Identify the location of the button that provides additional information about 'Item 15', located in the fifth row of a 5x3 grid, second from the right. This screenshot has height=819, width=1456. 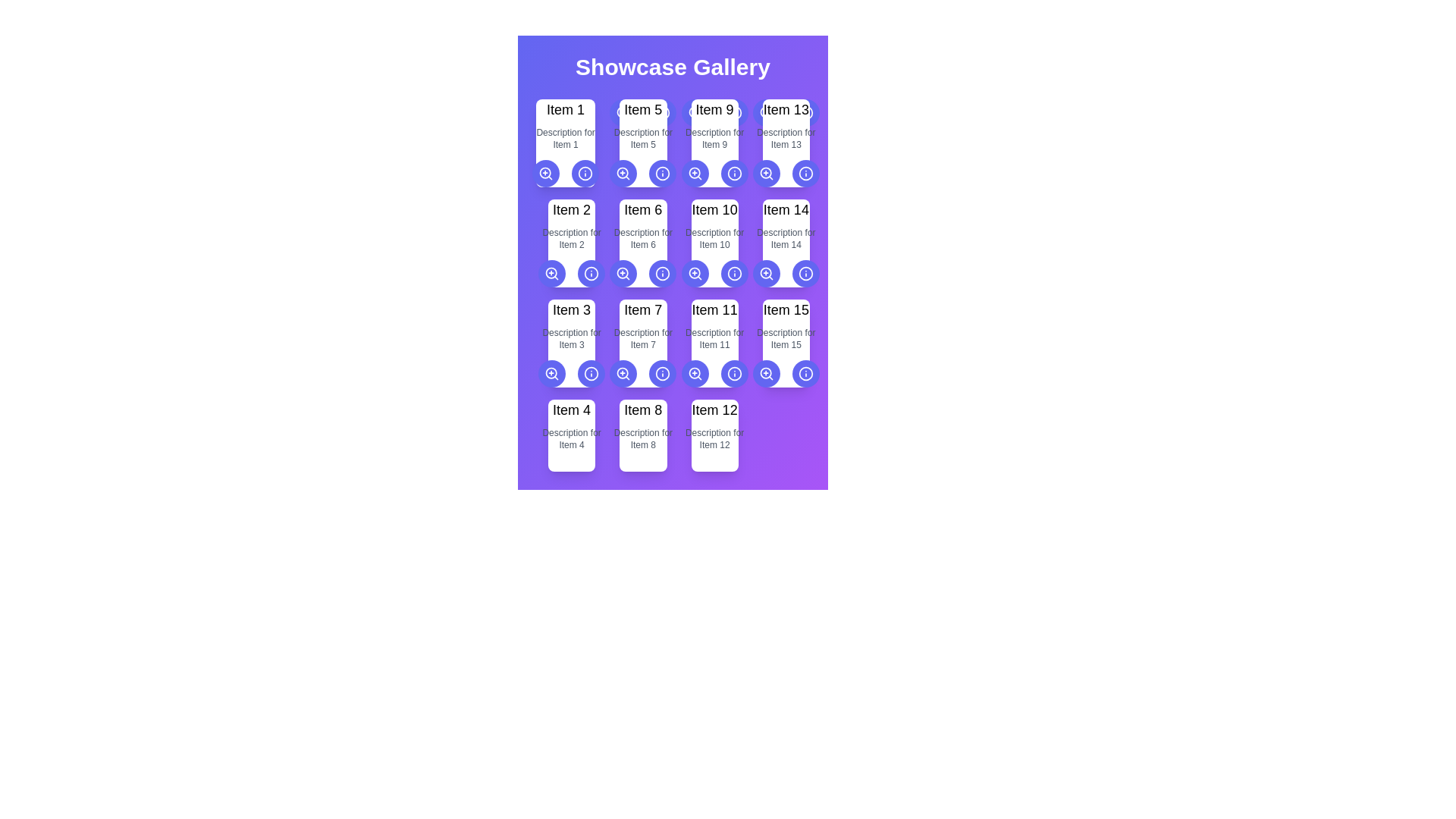
(805, 374).